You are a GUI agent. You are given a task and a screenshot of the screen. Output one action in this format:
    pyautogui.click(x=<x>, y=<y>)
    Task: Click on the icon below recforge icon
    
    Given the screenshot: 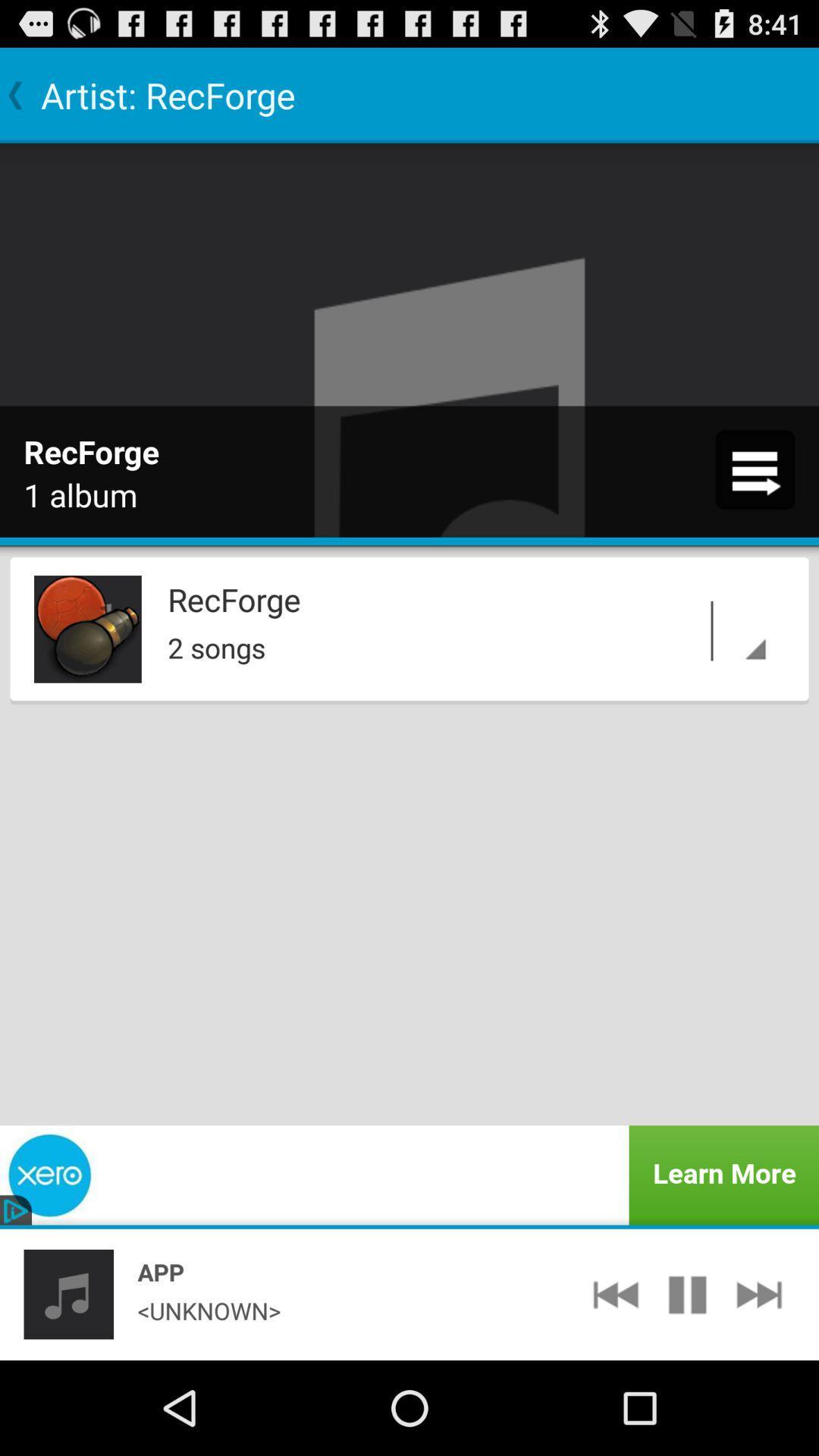 What is the action you would take?
    pyautogui.click(x=470, y=644)
    